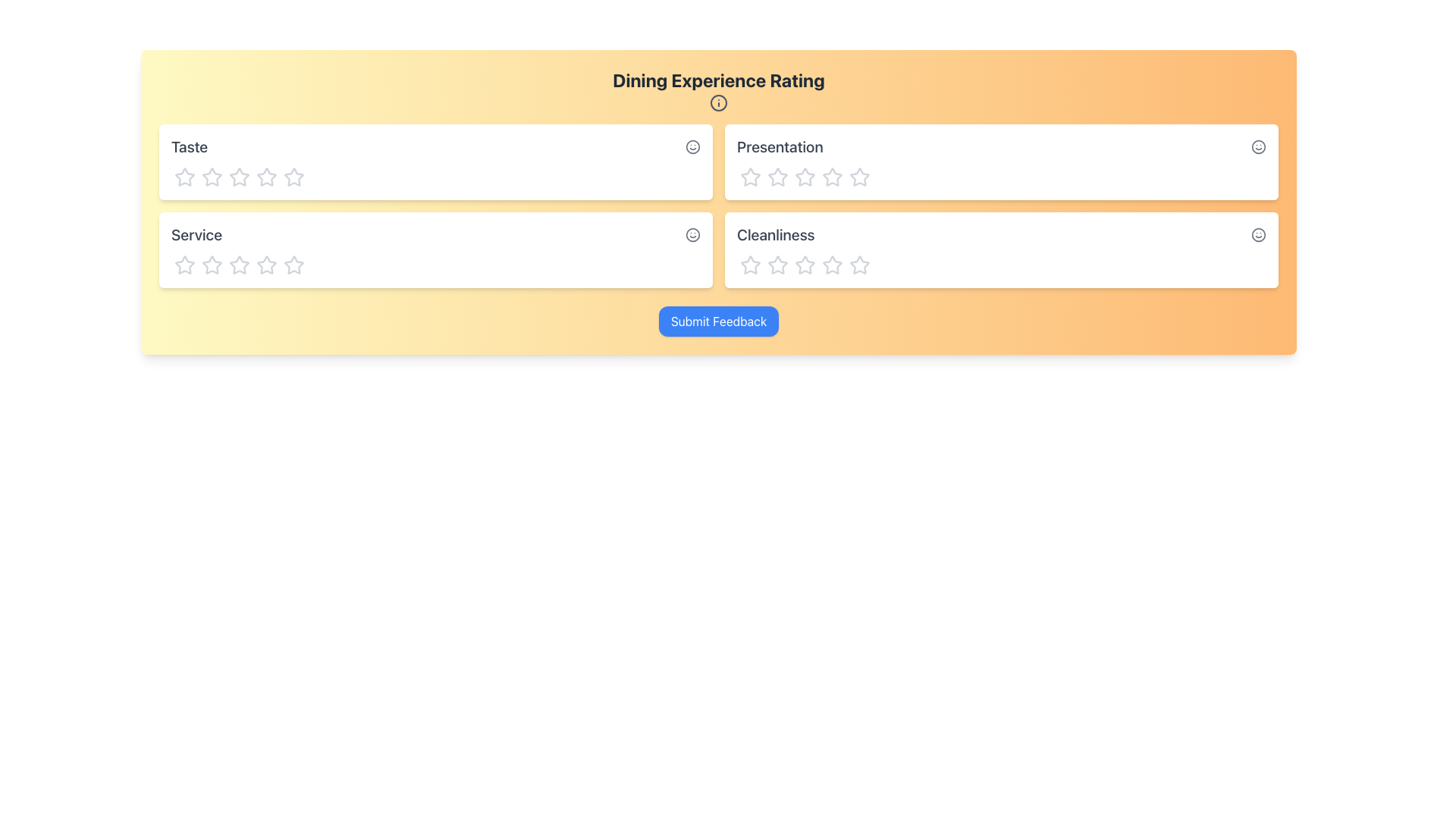  I want to click on the second star icon in the 'Taste' rating section, so click(211, 176).